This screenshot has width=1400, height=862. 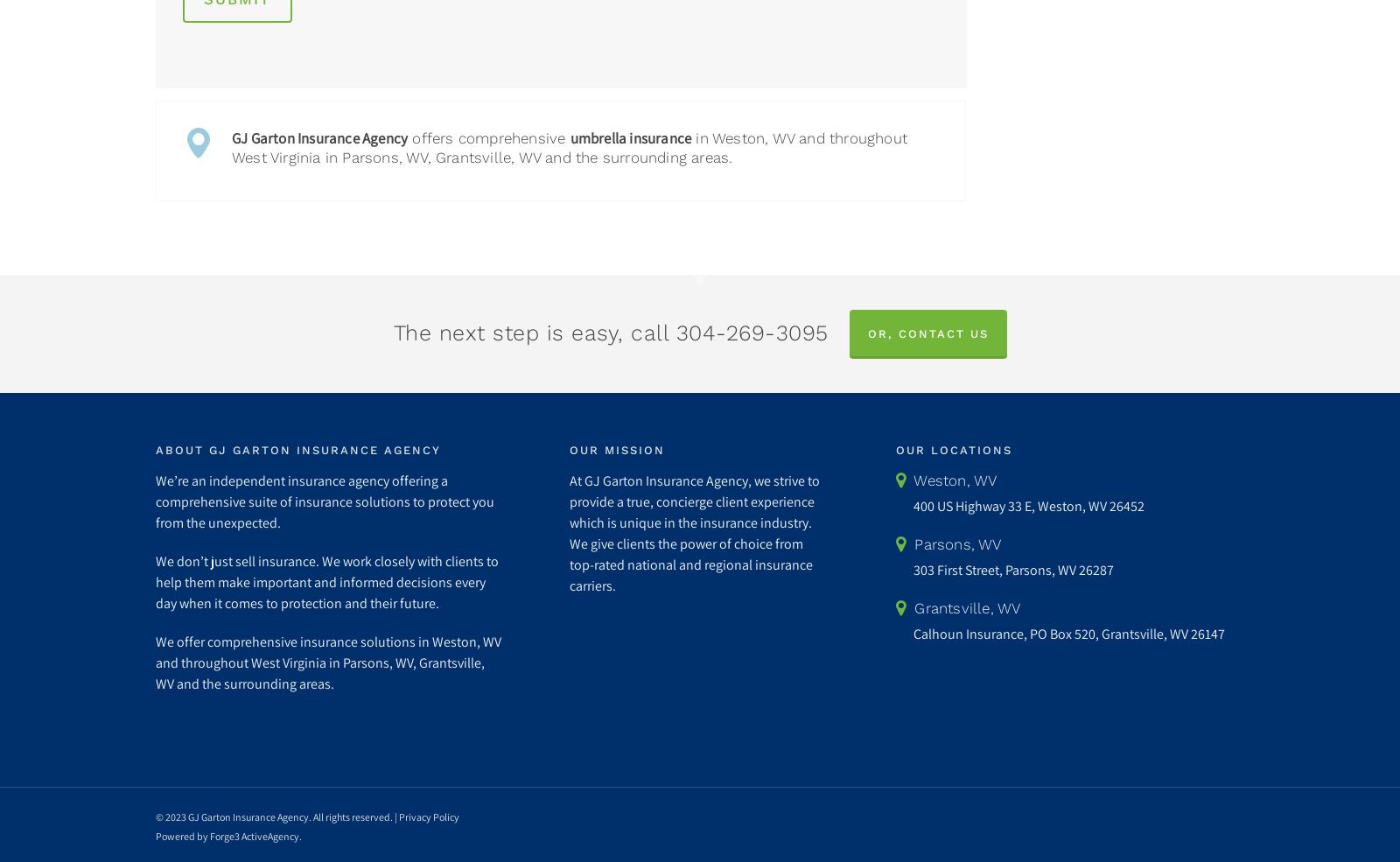 I want to click on 'Our Mission', so click(x=616, y=450).